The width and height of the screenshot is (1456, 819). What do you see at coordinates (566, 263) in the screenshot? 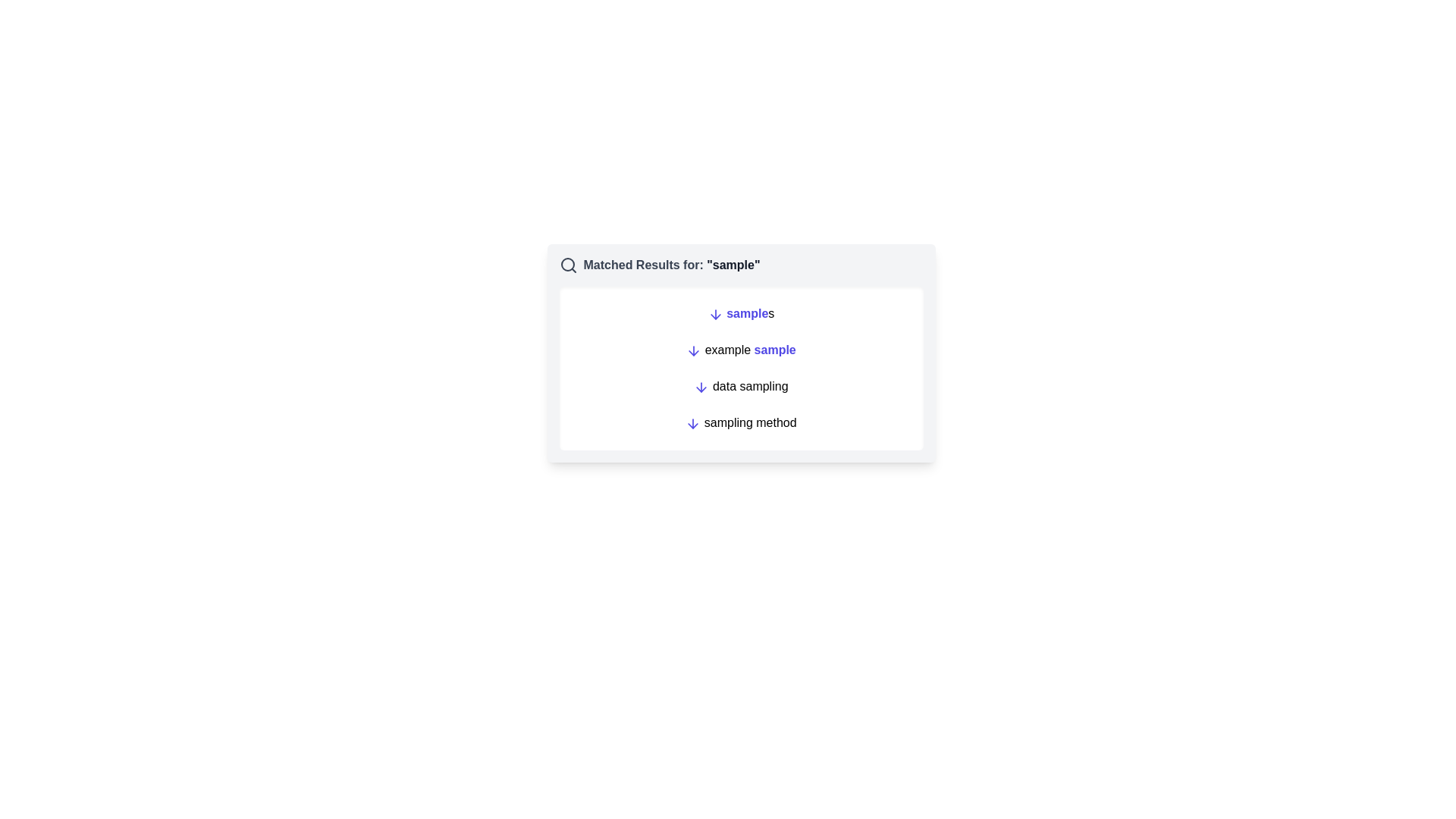
I see `the central circular part of the magnifying glass icon, which has an 8-unit radius and is located near the top-right section of the interface` at bounding box center [566, 263].